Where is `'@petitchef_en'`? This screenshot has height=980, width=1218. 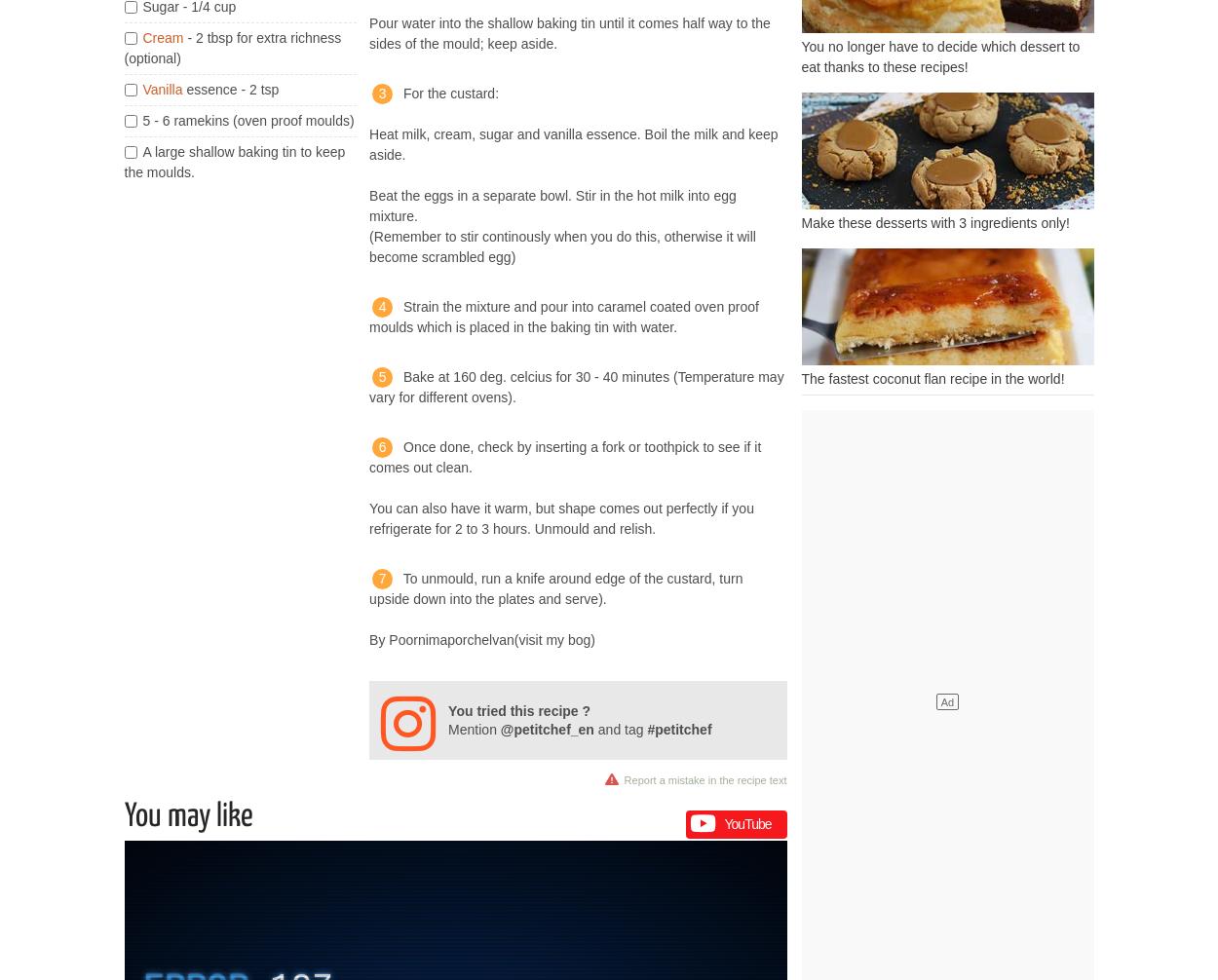 '@petitchef_en' is located at coordinates (547, 729).